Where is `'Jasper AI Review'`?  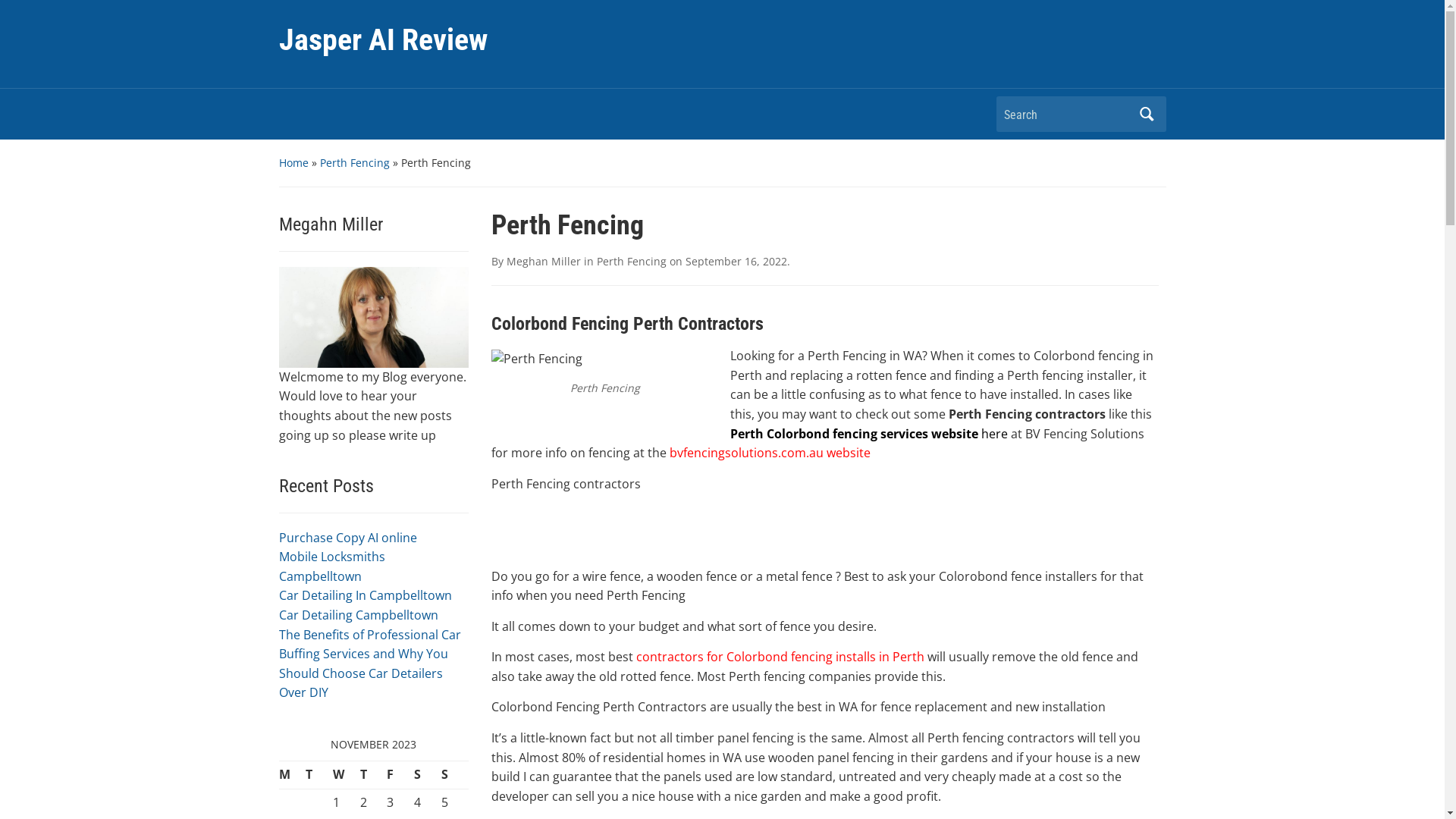 'Jasper AI Review' is located at coordinates (383, 39).